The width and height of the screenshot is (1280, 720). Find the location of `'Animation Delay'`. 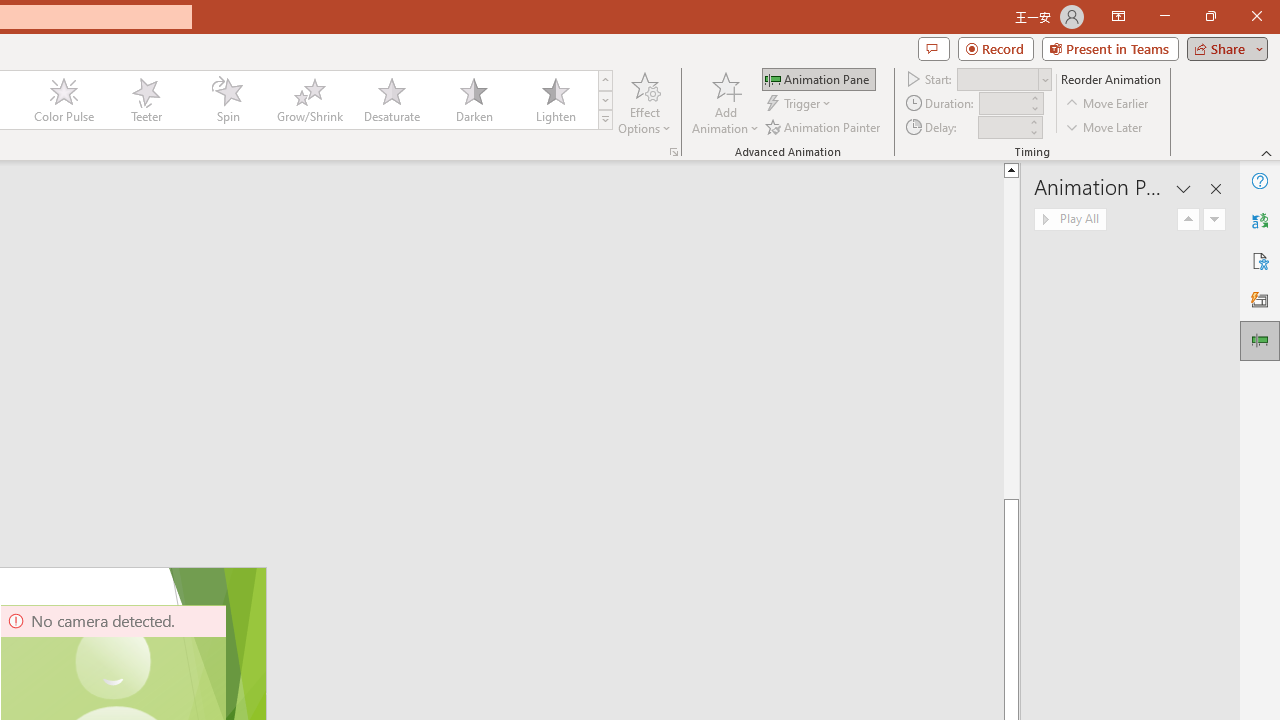

'Animation Delay' is located at coordinates (1002, 127).